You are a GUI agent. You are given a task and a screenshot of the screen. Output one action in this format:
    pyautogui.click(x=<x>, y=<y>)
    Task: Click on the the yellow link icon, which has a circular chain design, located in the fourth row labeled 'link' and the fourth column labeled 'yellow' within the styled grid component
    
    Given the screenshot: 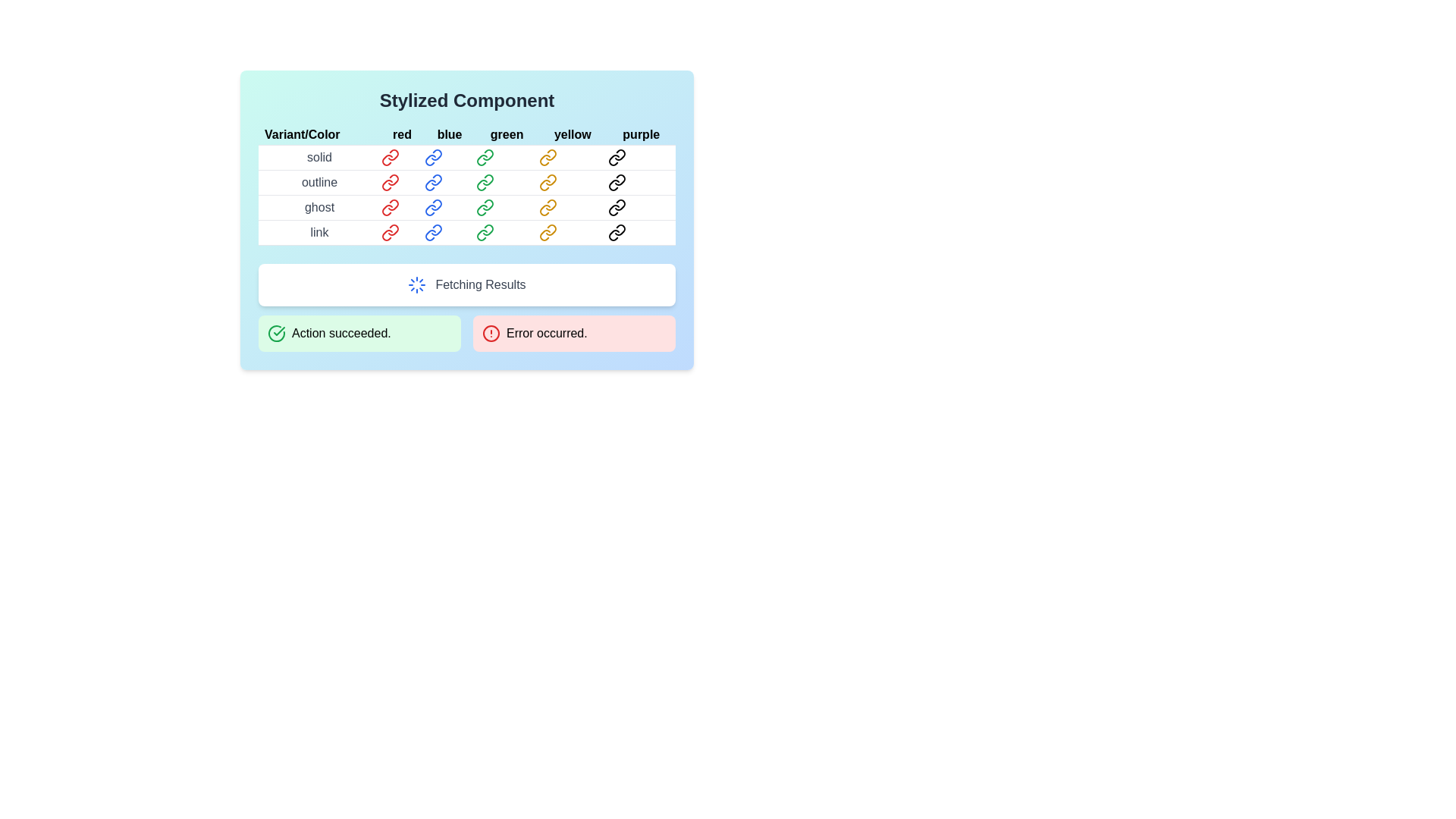 What is the action you would take?
    pyautogui.click(x=548, y=233)
    